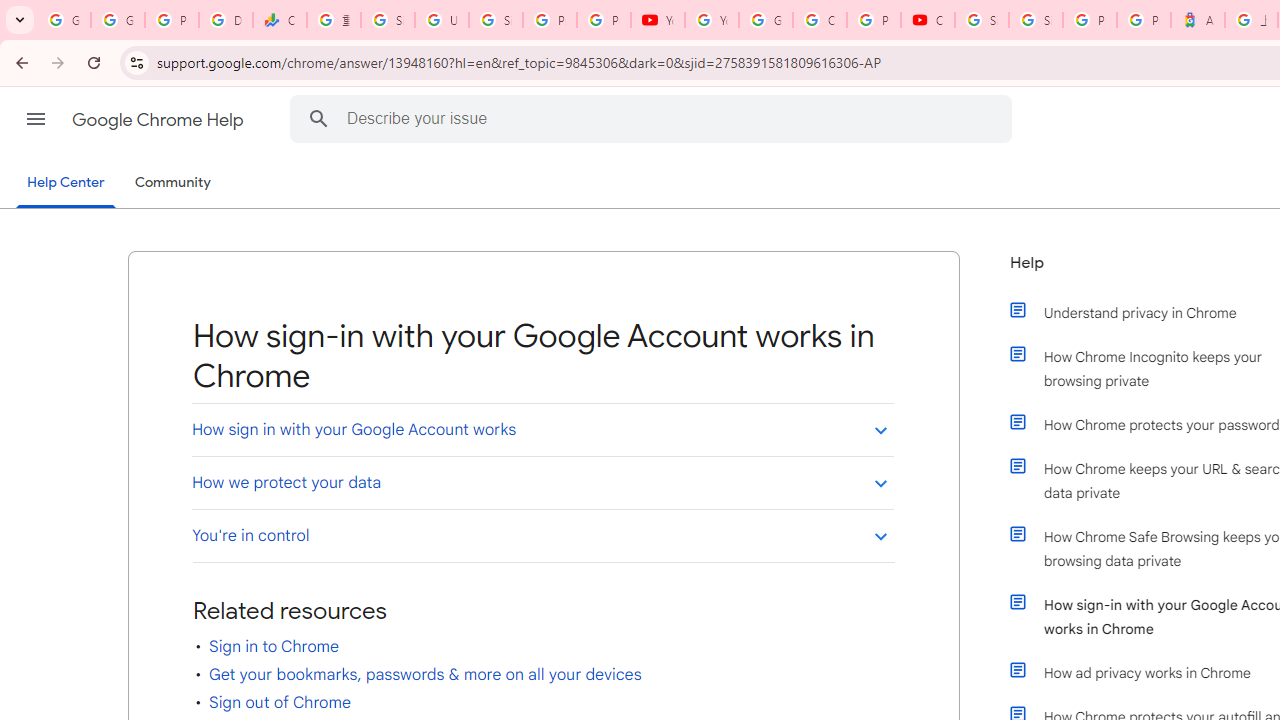 This screenshot has width=1280, height=720. I want to click on 'Community', so click(172, 183).